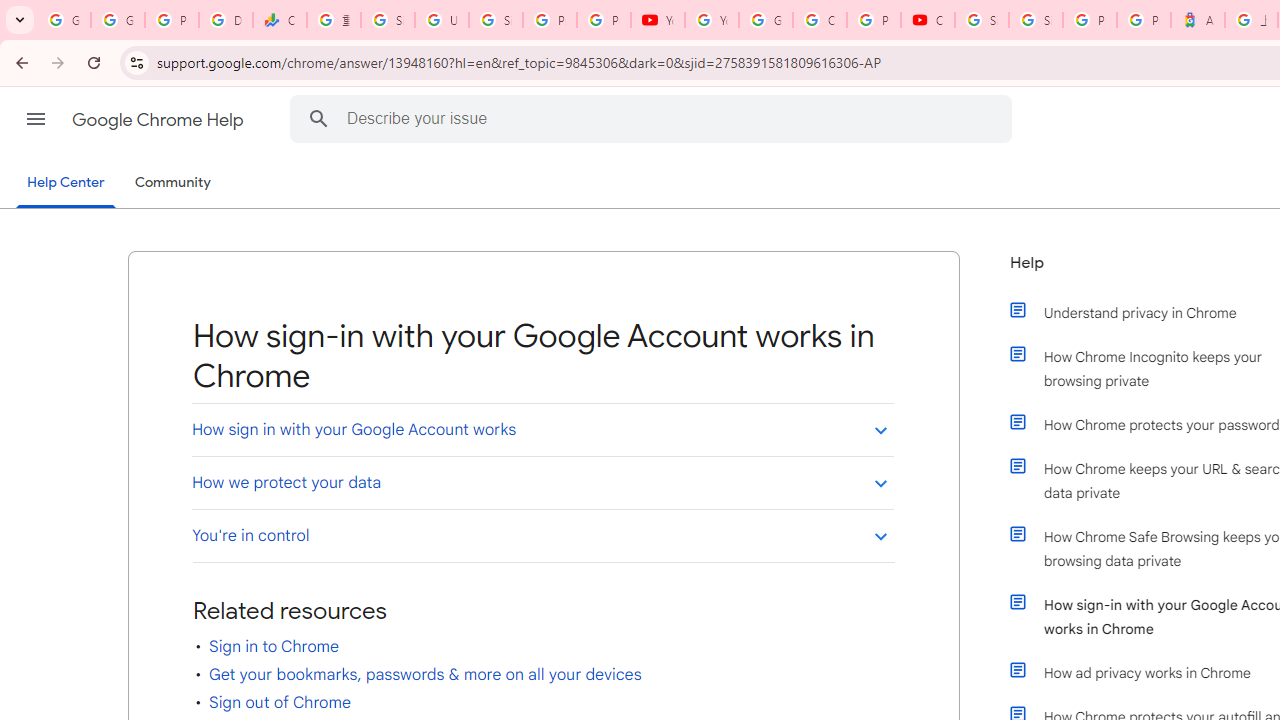 This screenshot has width=1280, height=720. I want to click on 'Community', so click(172, 183).